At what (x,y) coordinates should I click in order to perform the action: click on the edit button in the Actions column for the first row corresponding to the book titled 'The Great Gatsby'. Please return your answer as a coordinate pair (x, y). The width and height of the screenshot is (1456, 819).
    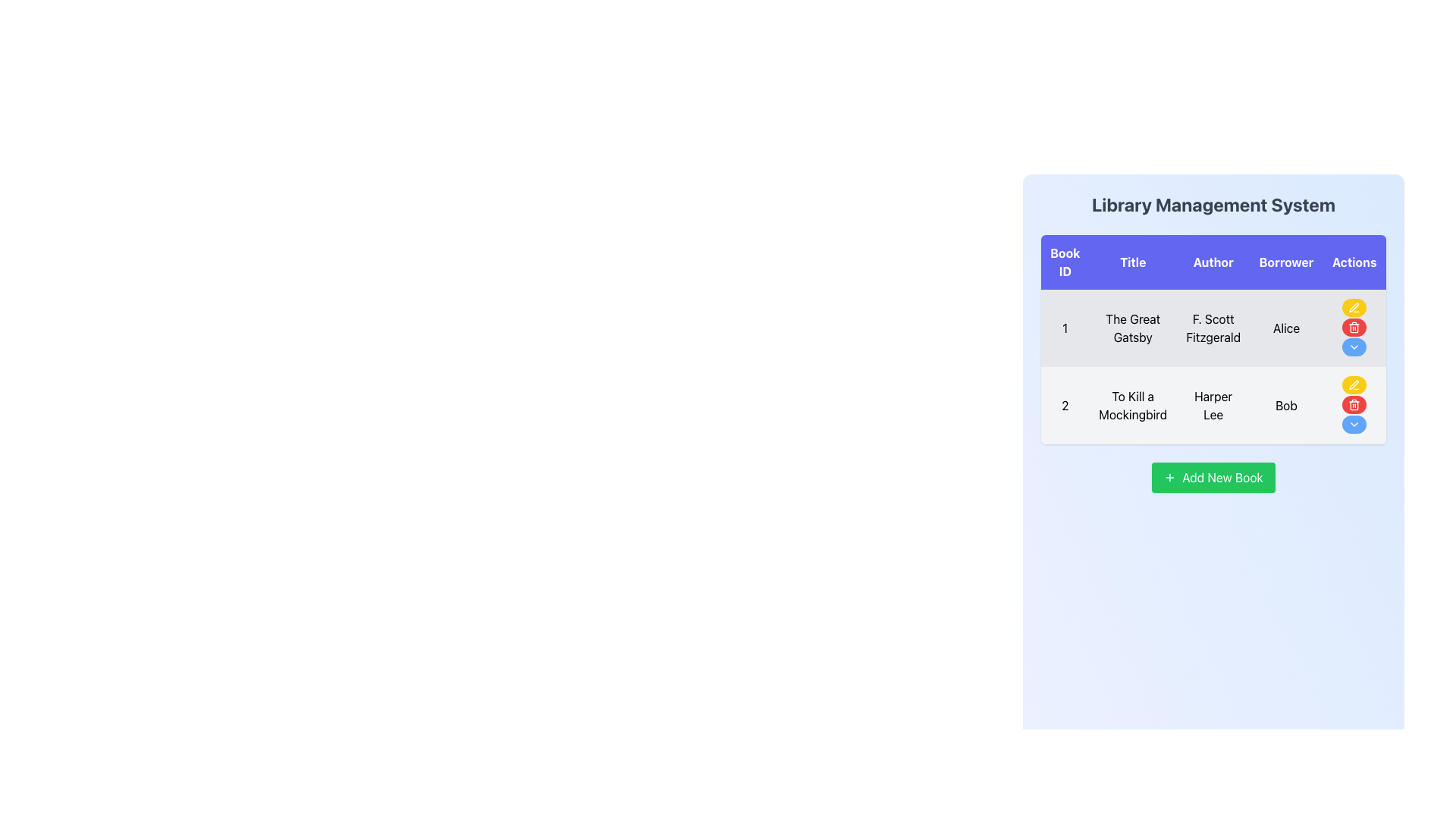
    Looking at the image, I should click on (1354, 307).